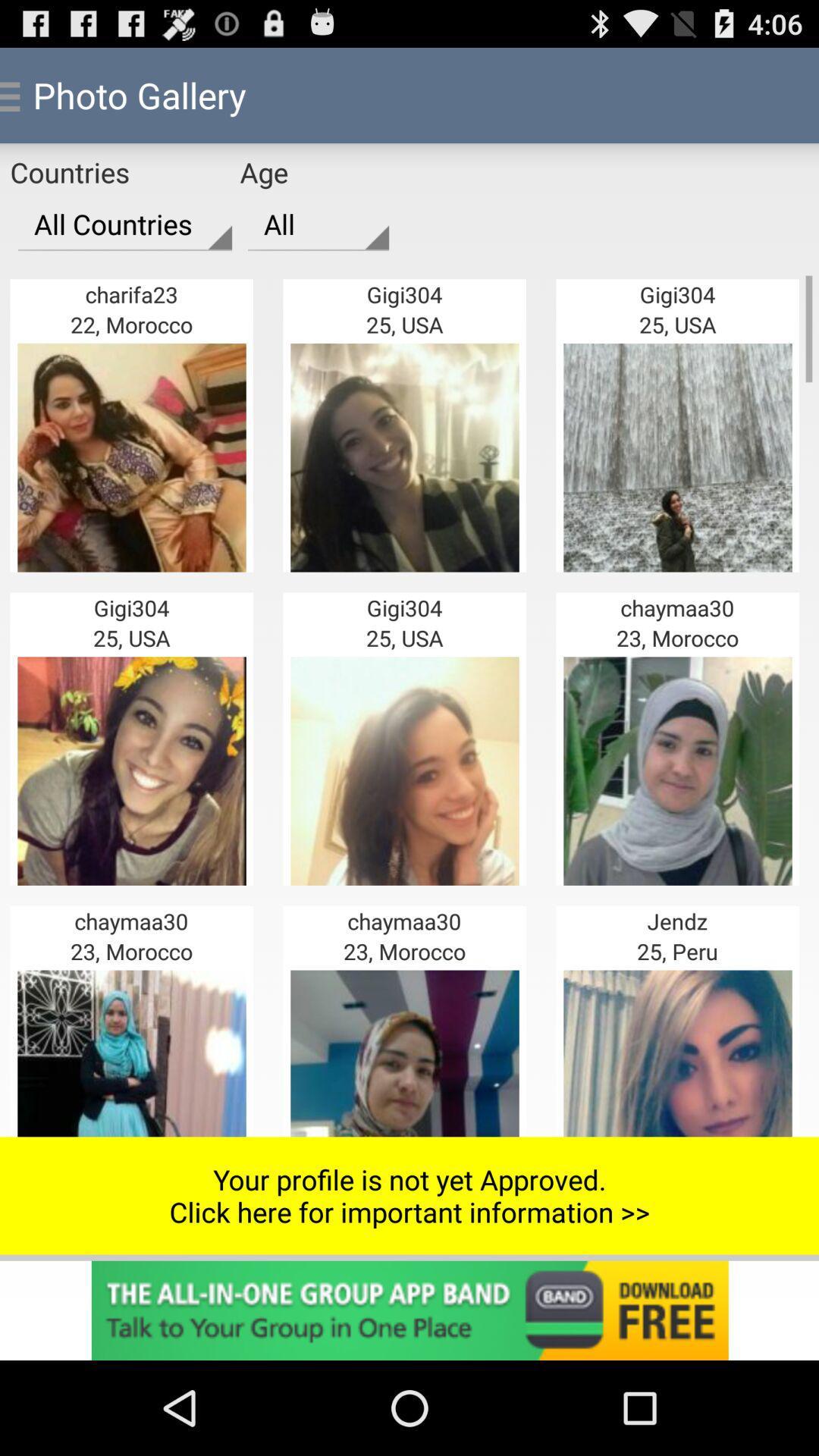 This screenshot has height=1456, width=819. What do you see at coordinates (409, 1310) in the screenshot?
I see `open advertisement` at bounding box center [409, 1310].